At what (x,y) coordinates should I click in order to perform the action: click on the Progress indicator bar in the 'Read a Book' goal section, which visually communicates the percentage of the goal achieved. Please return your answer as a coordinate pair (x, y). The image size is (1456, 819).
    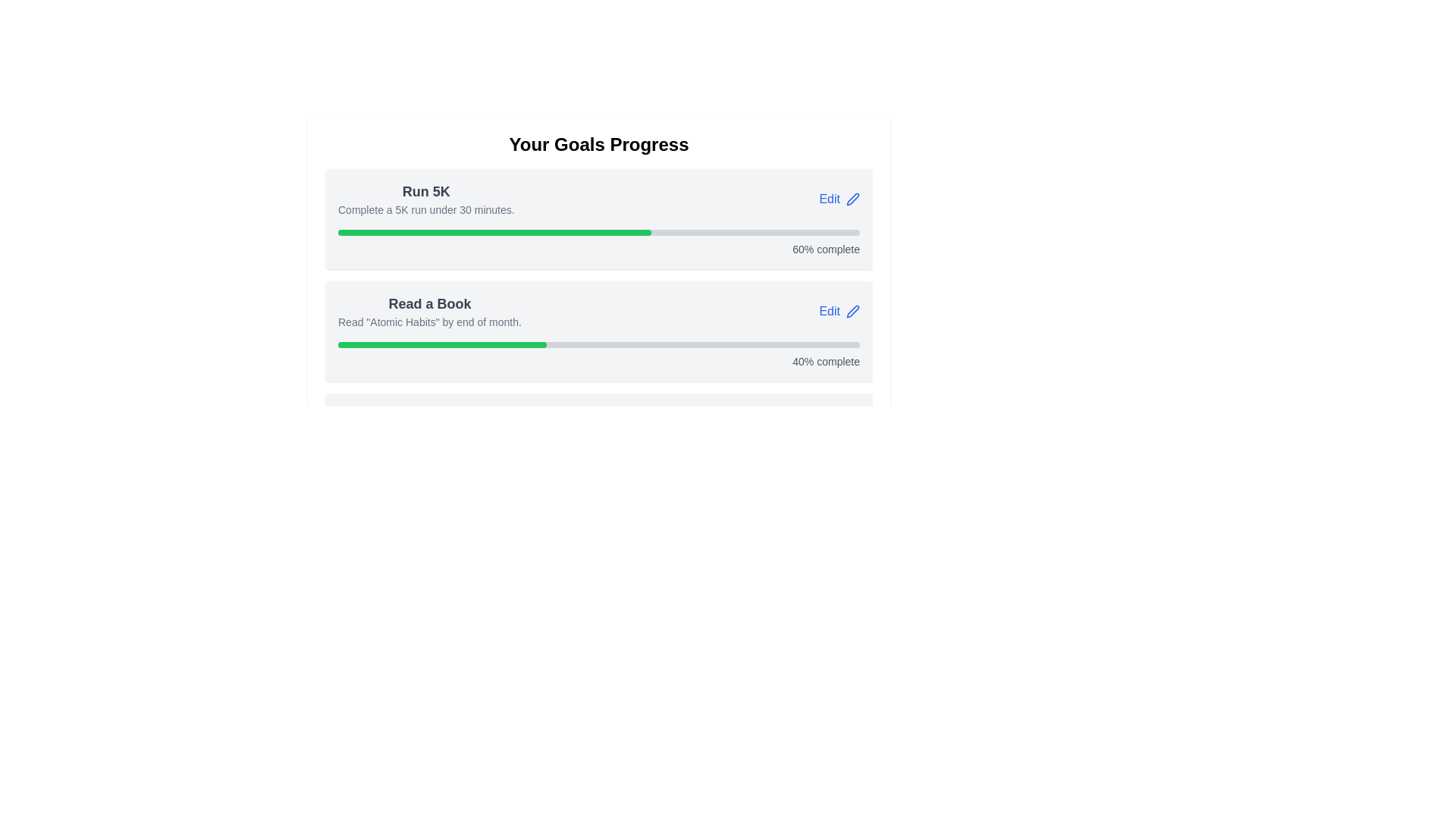
    Looking at the image, I should click on (494, 233).